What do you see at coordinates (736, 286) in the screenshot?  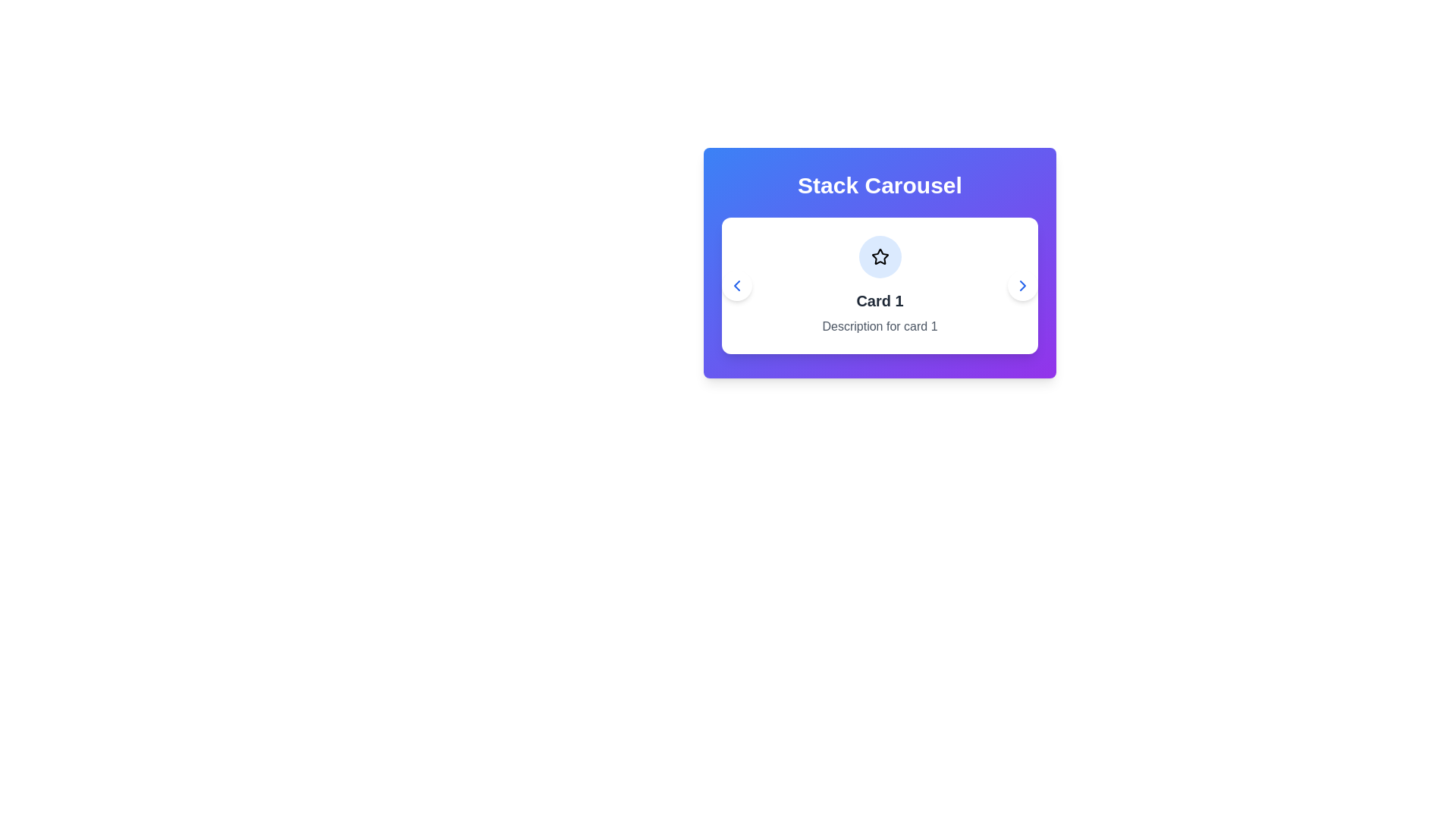 I see `the left-side navigation button` at bounding box center [736, 286].